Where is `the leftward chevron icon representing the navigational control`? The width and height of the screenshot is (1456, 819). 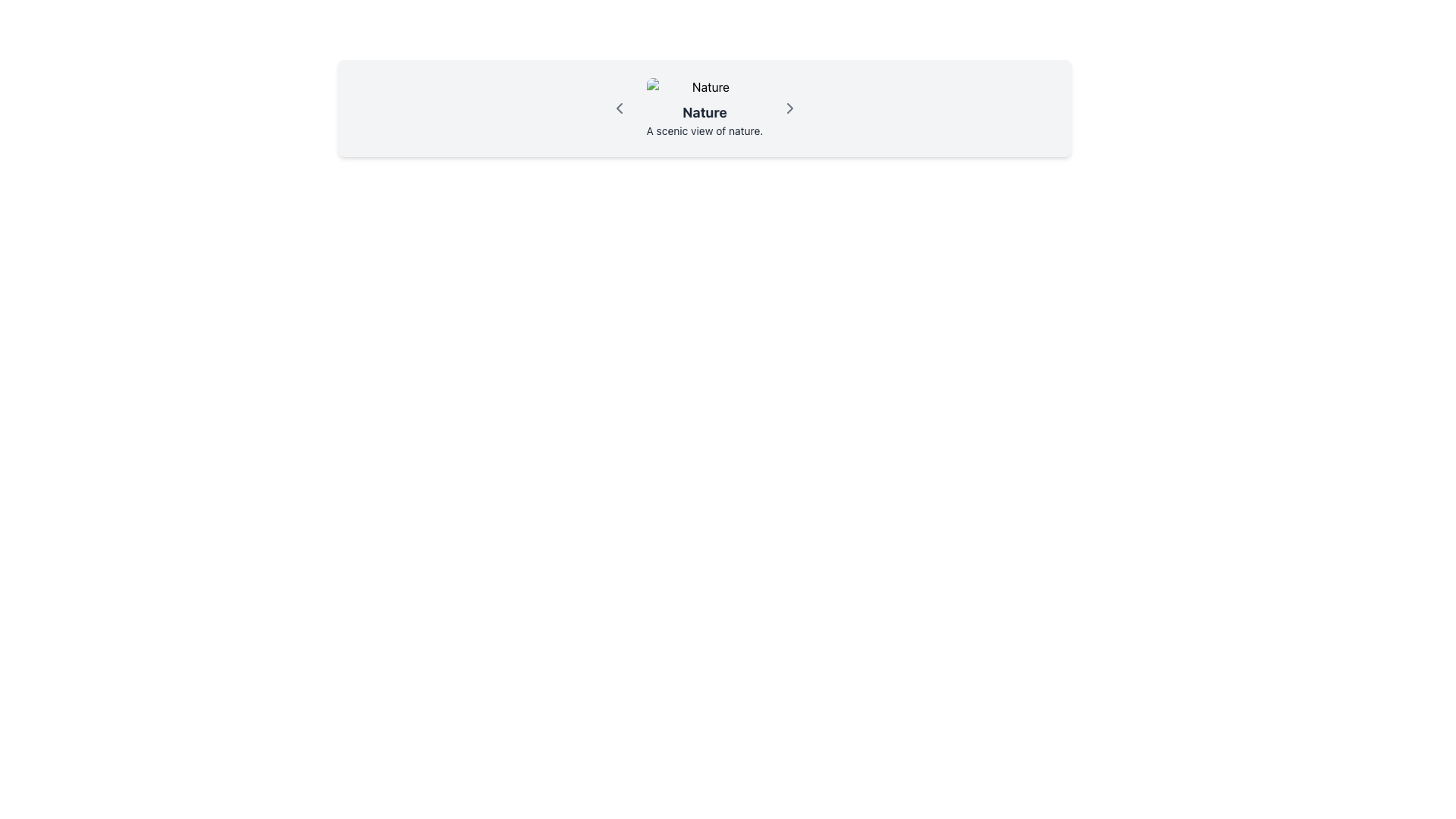
the leftward chevron icon representing the navigational control is located at coordinates (619, 107).